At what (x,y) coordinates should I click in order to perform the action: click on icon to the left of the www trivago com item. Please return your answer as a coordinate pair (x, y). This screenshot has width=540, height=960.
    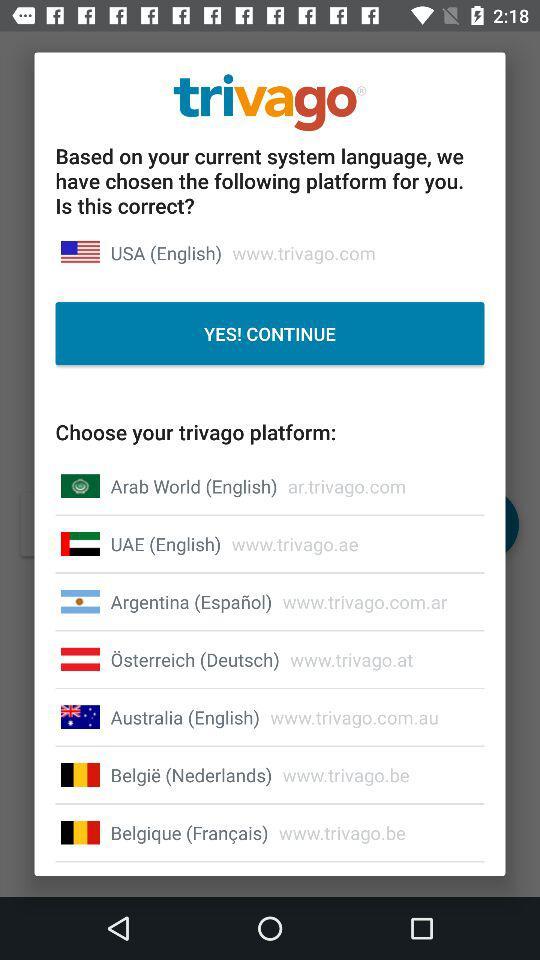
    Looking at the image, I should click on (185, 717).